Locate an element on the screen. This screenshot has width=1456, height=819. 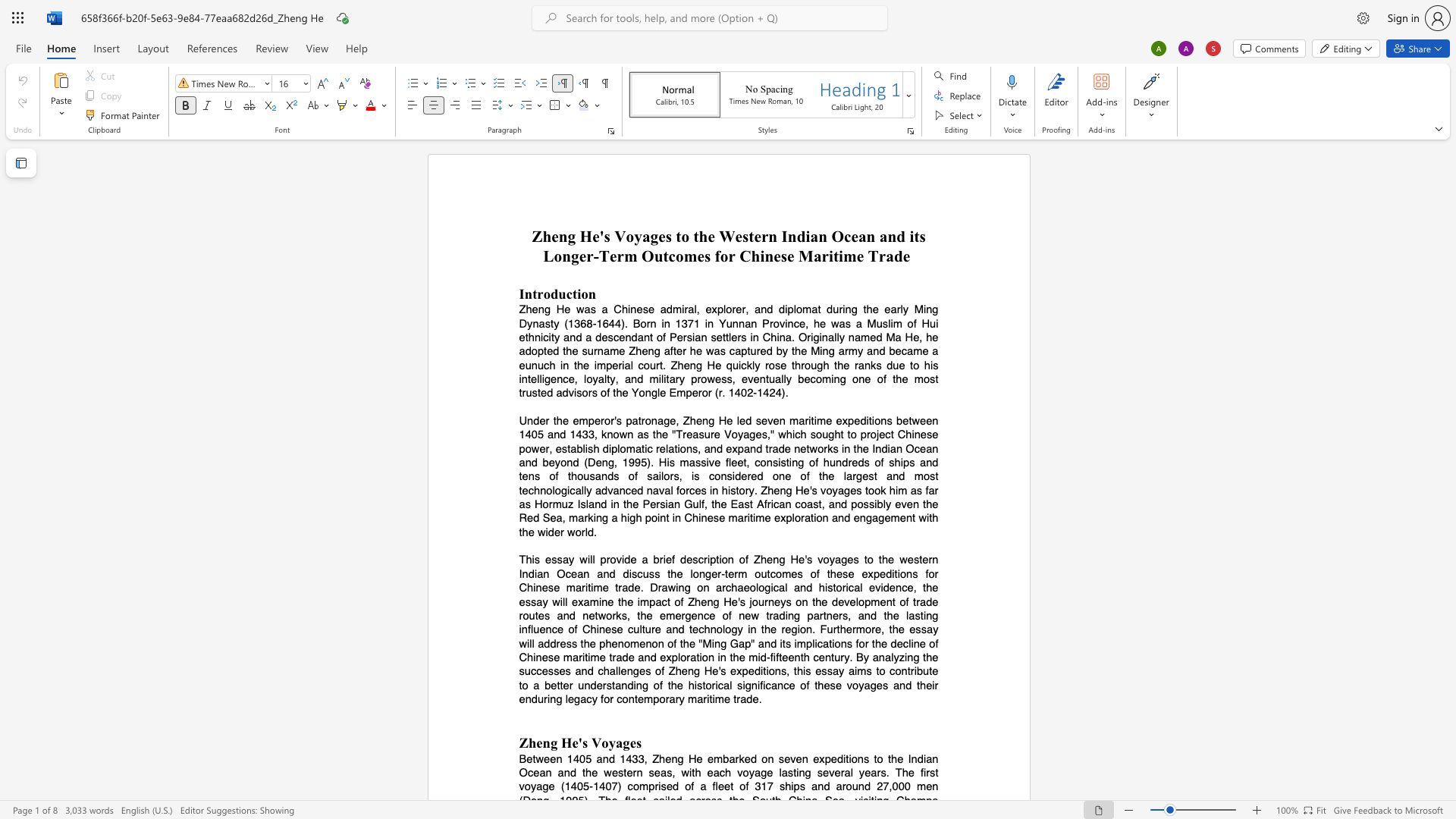
the subset text "en" within the text "possibly even" is located at coordinates (906, 504).